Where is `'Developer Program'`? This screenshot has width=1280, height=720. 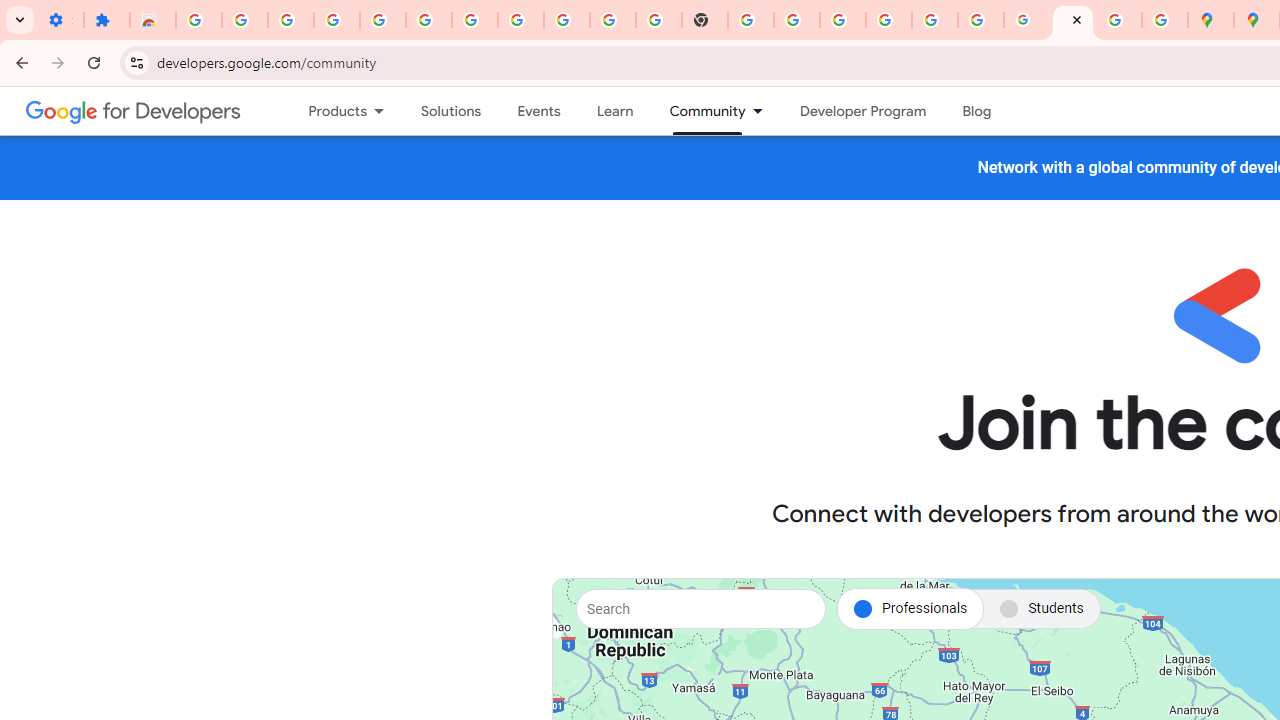
'Developer Program' is located at coordinates (862, 111).